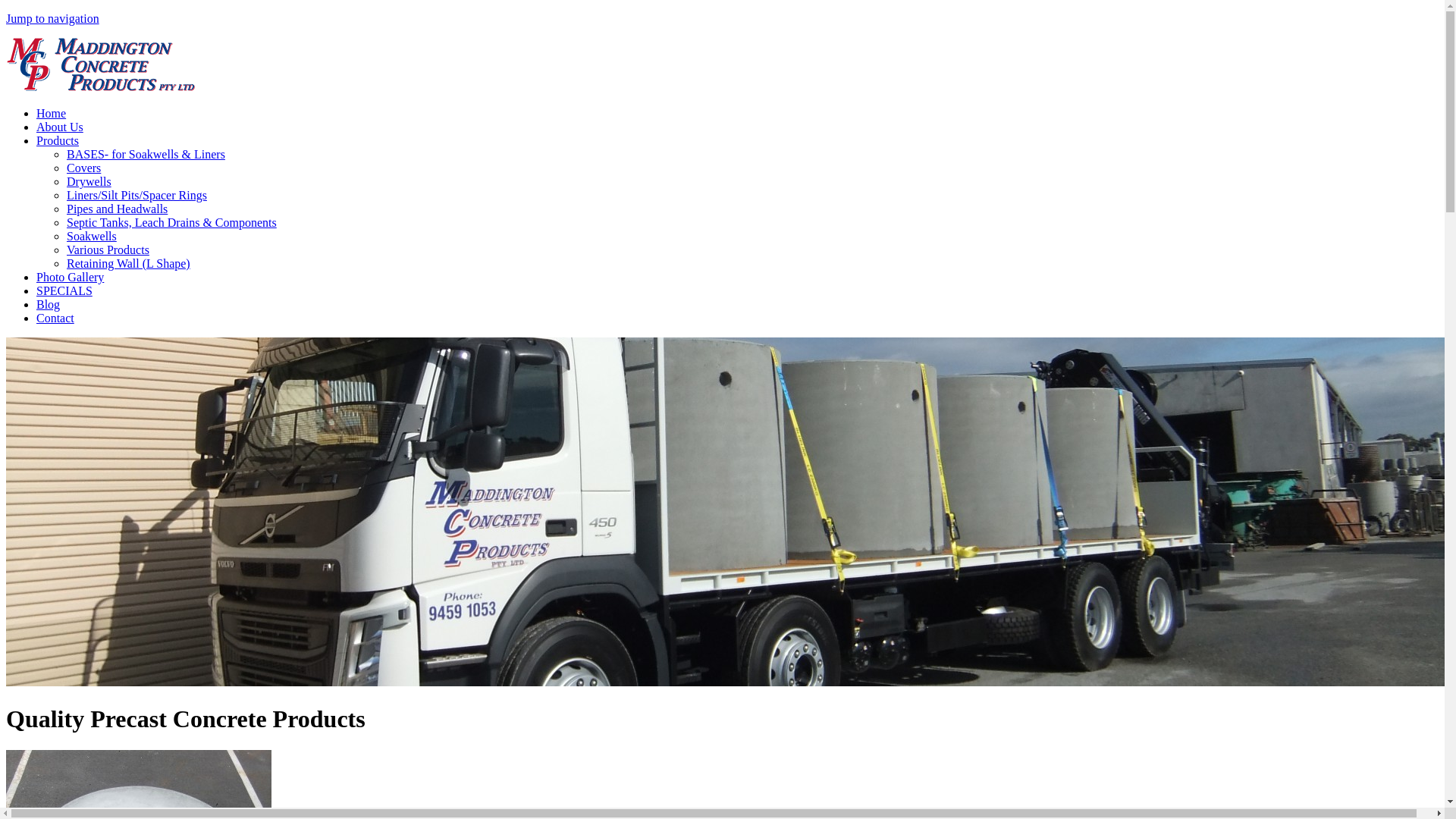  What do you see at coordinates (65, 209) in the screenshot?
I see `'Pipes and Headwalls'` at bounding box center [65, 209].